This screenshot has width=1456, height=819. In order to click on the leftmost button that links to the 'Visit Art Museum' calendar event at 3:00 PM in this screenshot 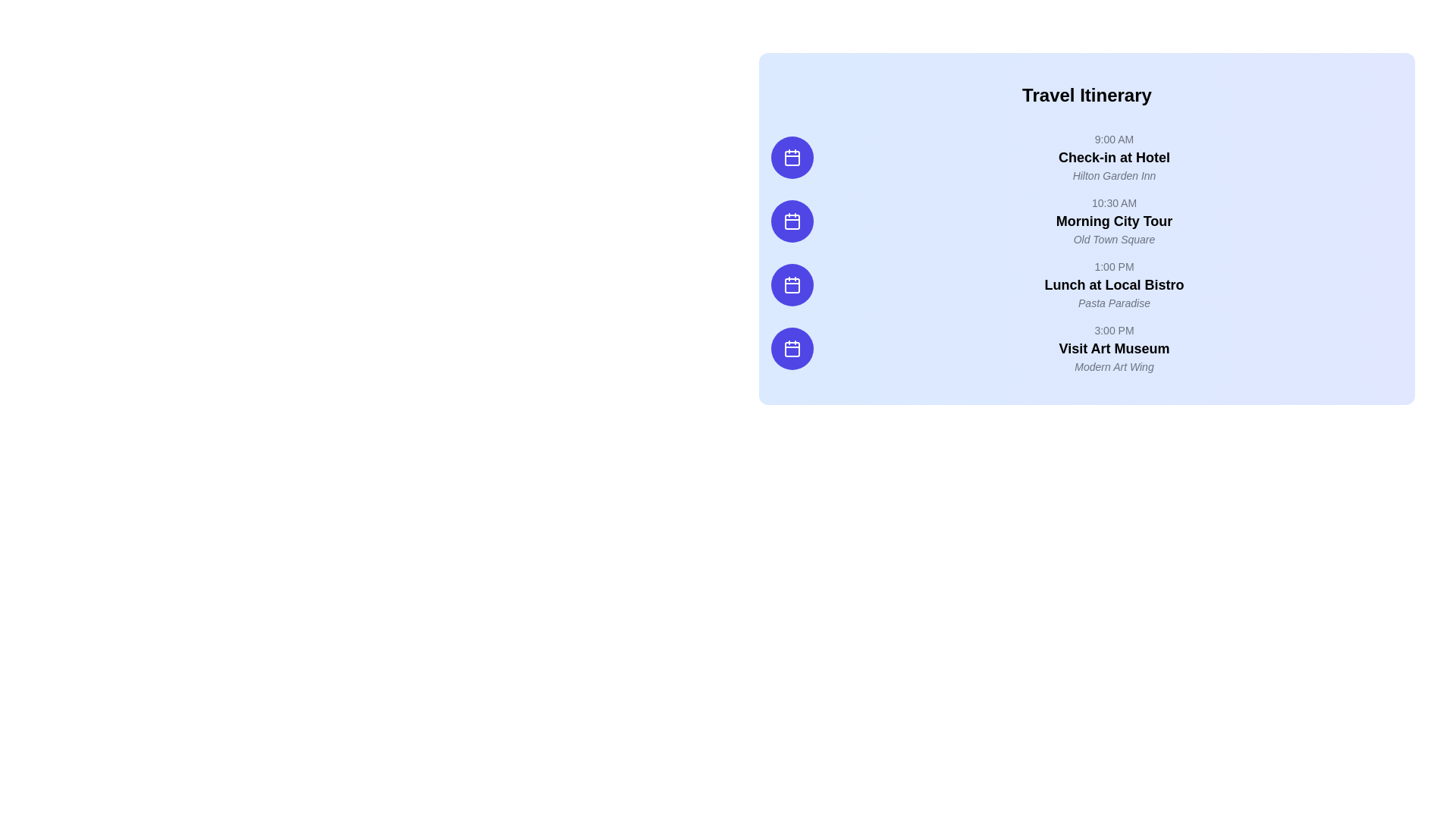, I will do `click(792, 348)`.